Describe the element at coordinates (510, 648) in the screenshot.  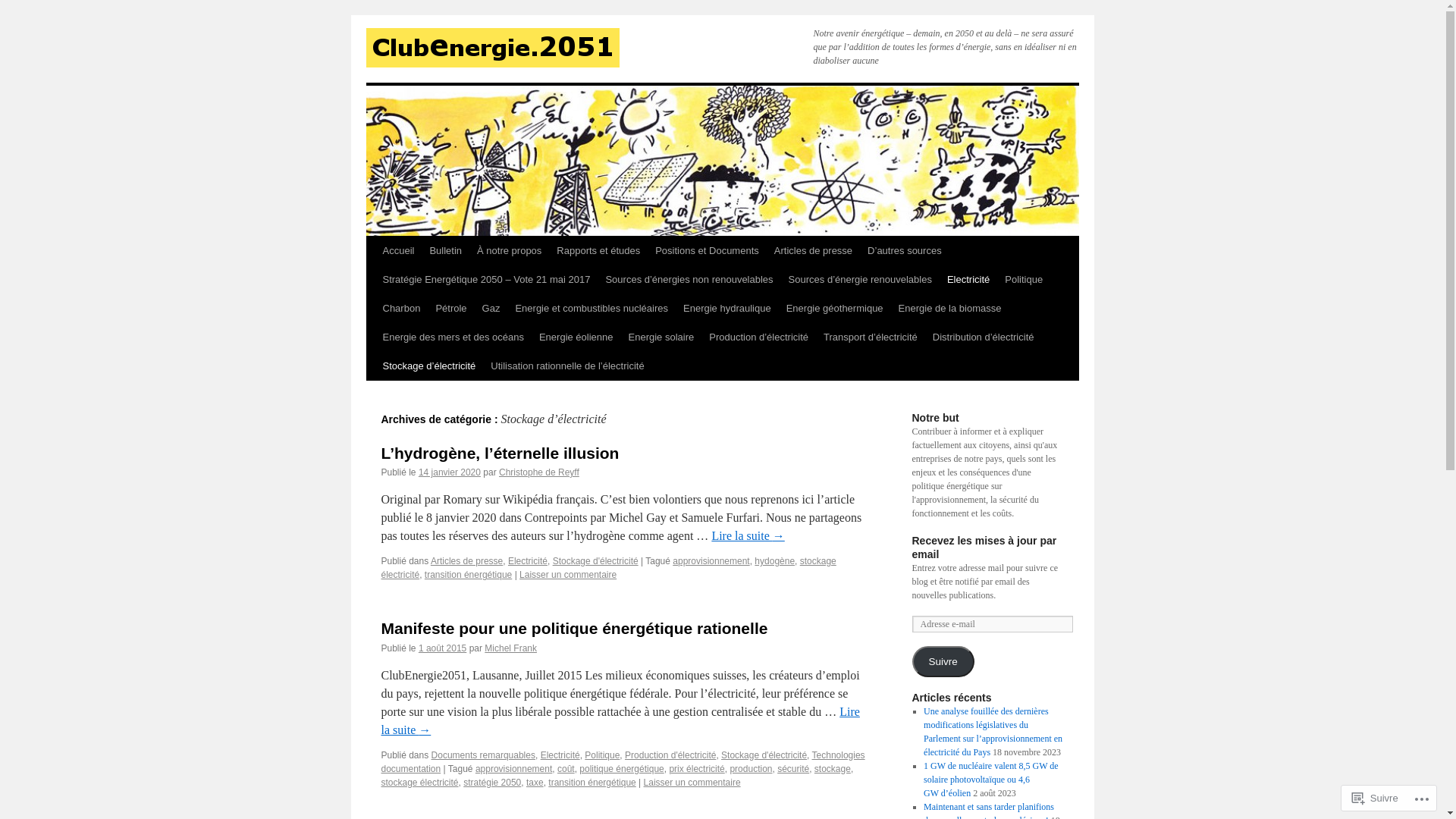
I see `'Michel Frank'` at that location.